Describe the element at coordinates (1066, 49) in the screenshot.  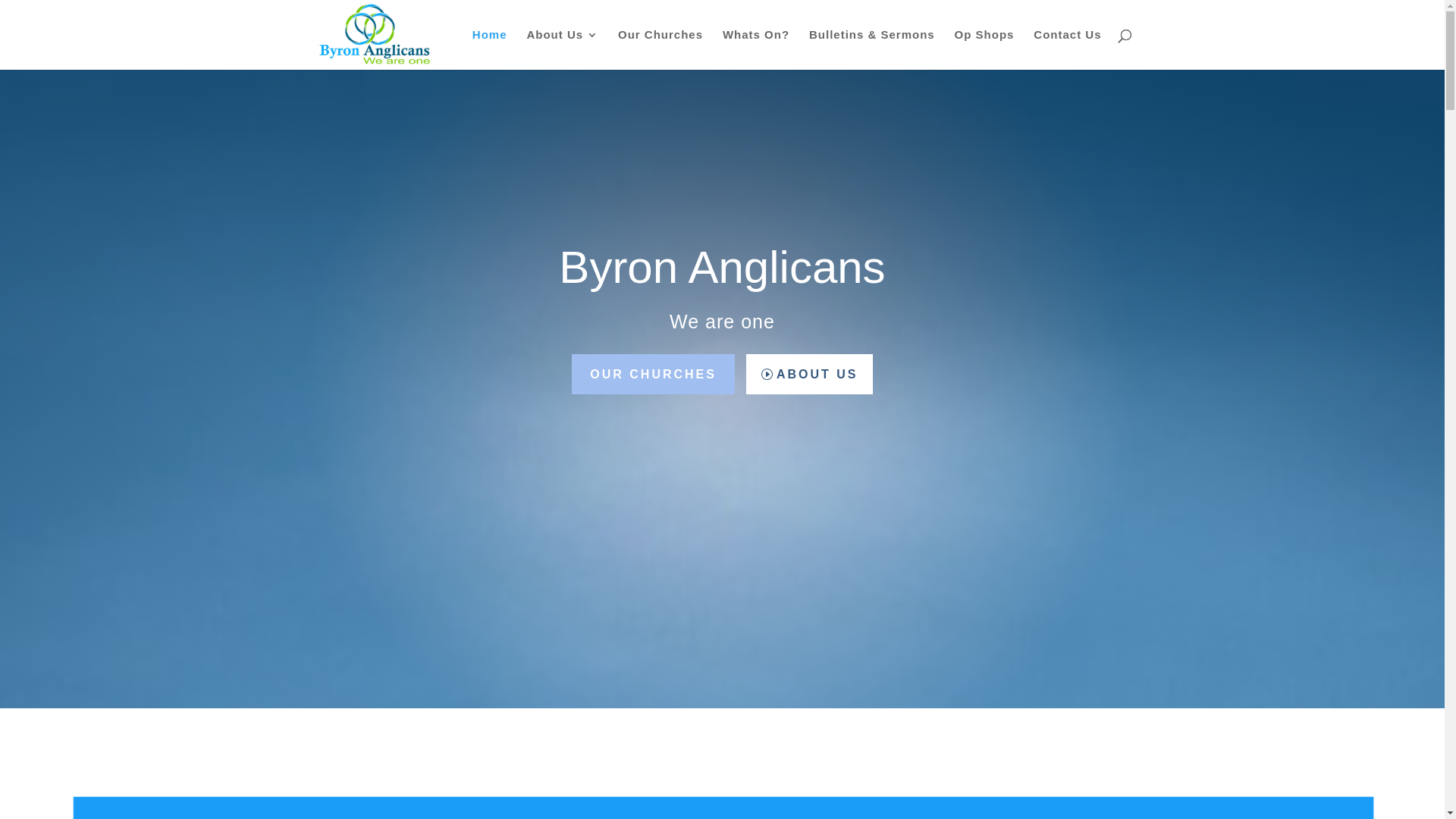
I see `'Contact Us'` at that location.